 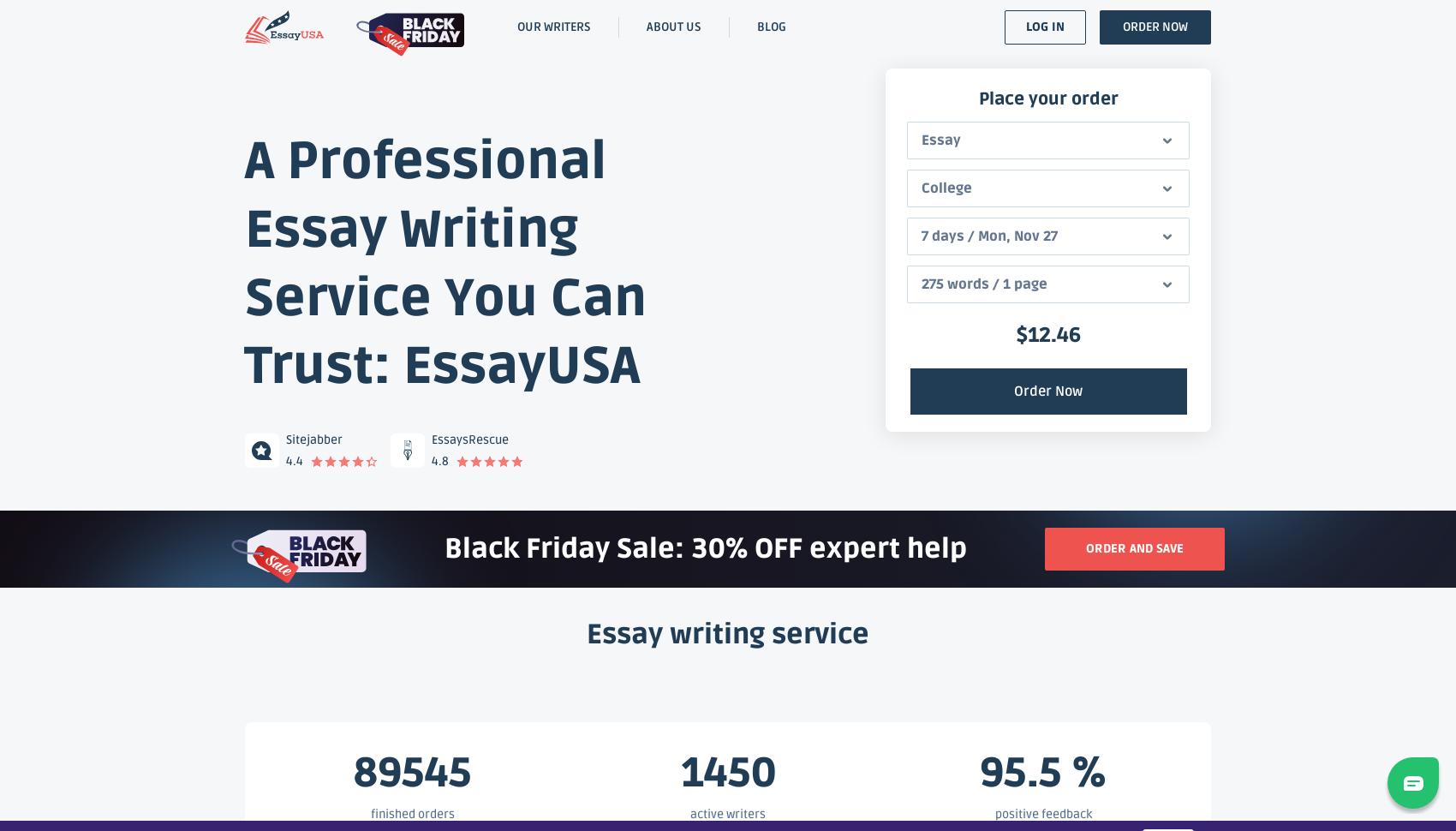 What do you see at coordinates (440, 460) in the screenshot?
I see `'4.8'` at bounding box center [440, 460].